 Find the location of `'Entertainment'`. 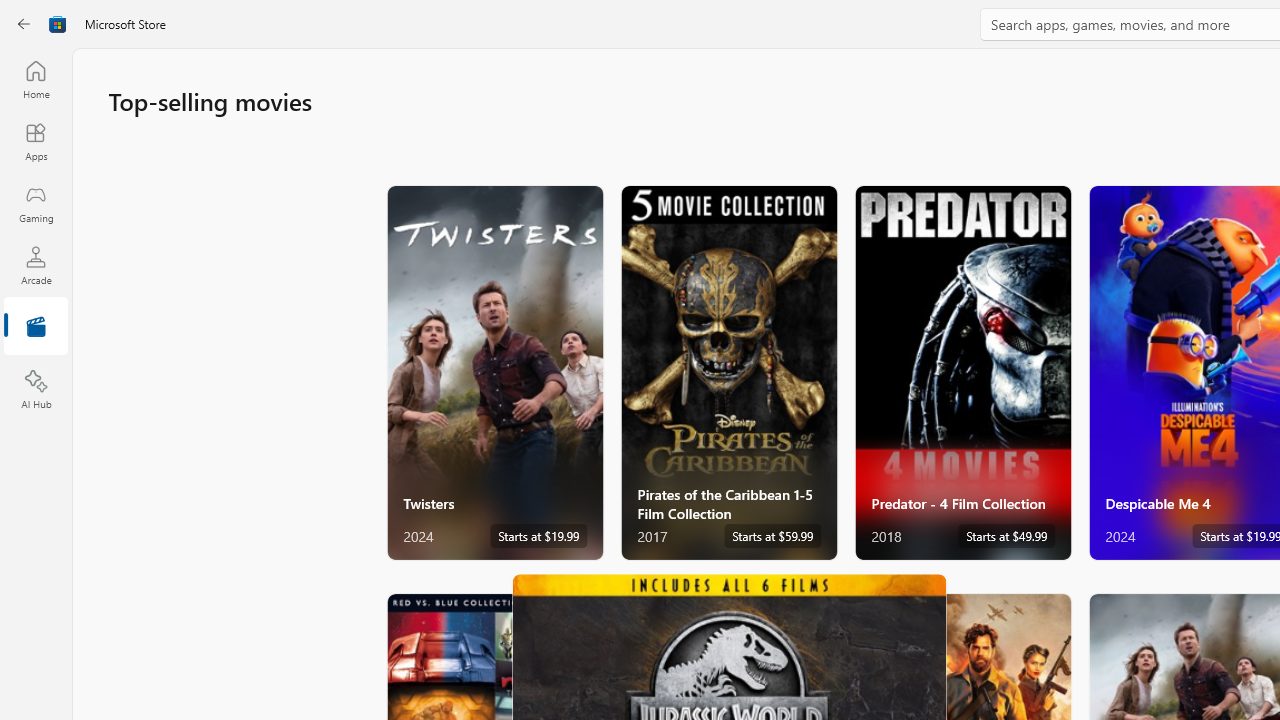

'Entertainment' is located at coordinates (35, 326).